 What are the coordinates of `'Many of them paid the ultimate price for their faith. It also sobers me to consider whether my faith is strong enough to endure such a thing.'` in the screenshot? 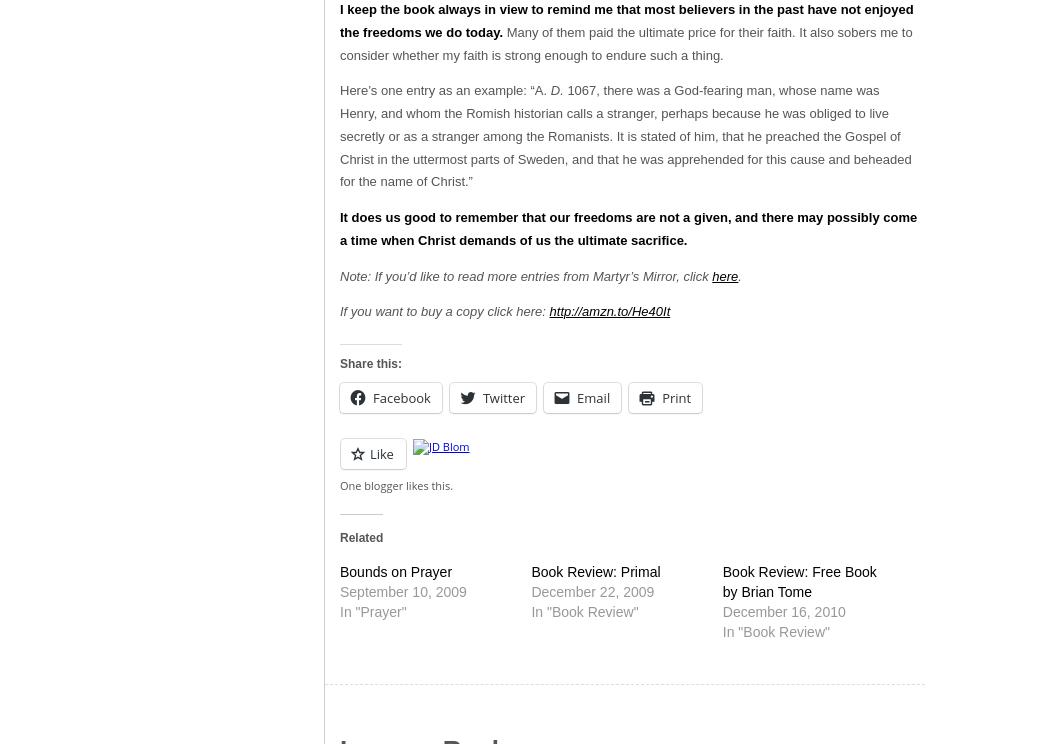 It's located at (626, 42).